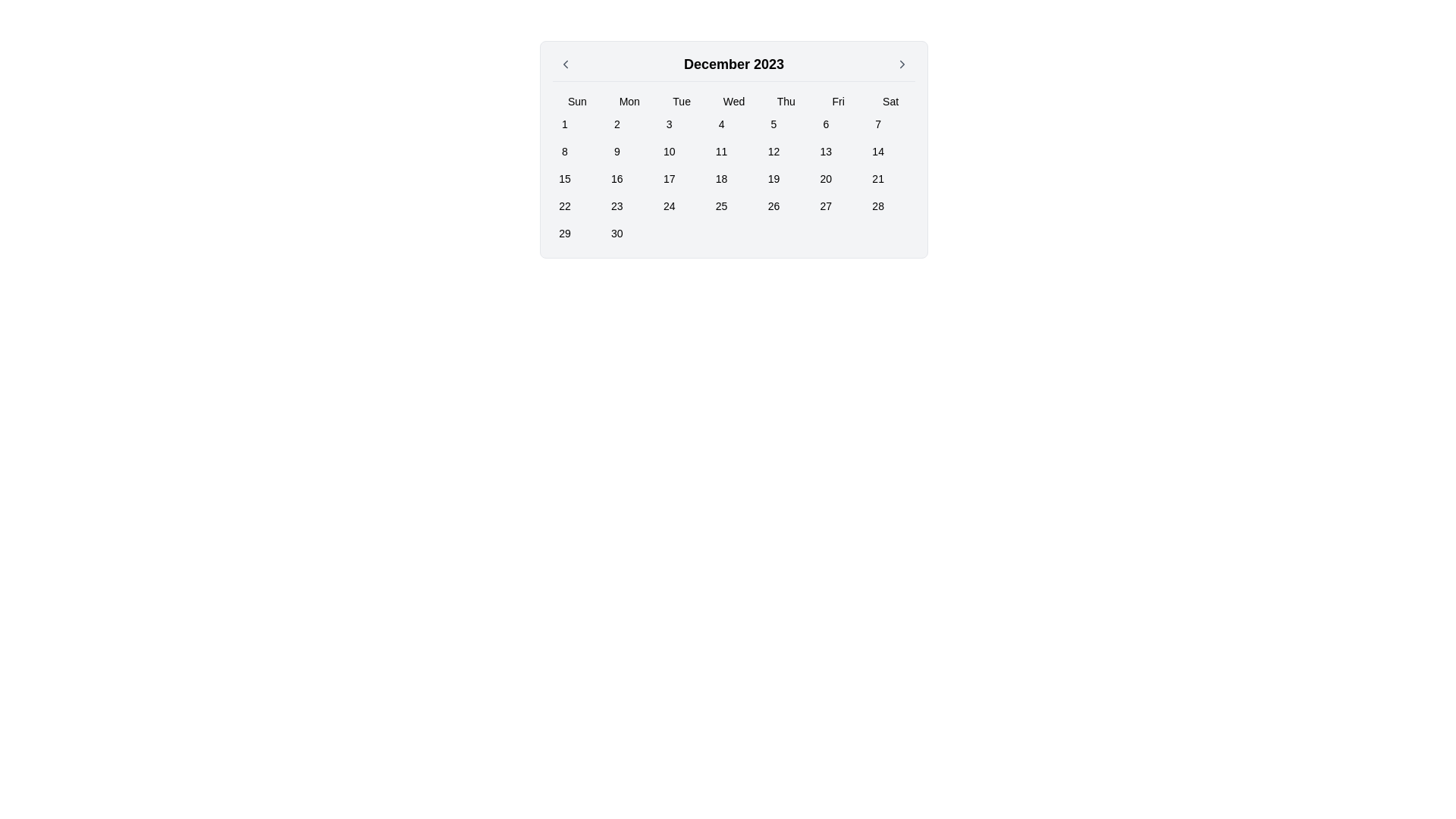 Image resolution: width=1456 pixels, height=819 pixels. I want to click on the button representing the 12th day of the month in the calendar interface, so click(773, 152).